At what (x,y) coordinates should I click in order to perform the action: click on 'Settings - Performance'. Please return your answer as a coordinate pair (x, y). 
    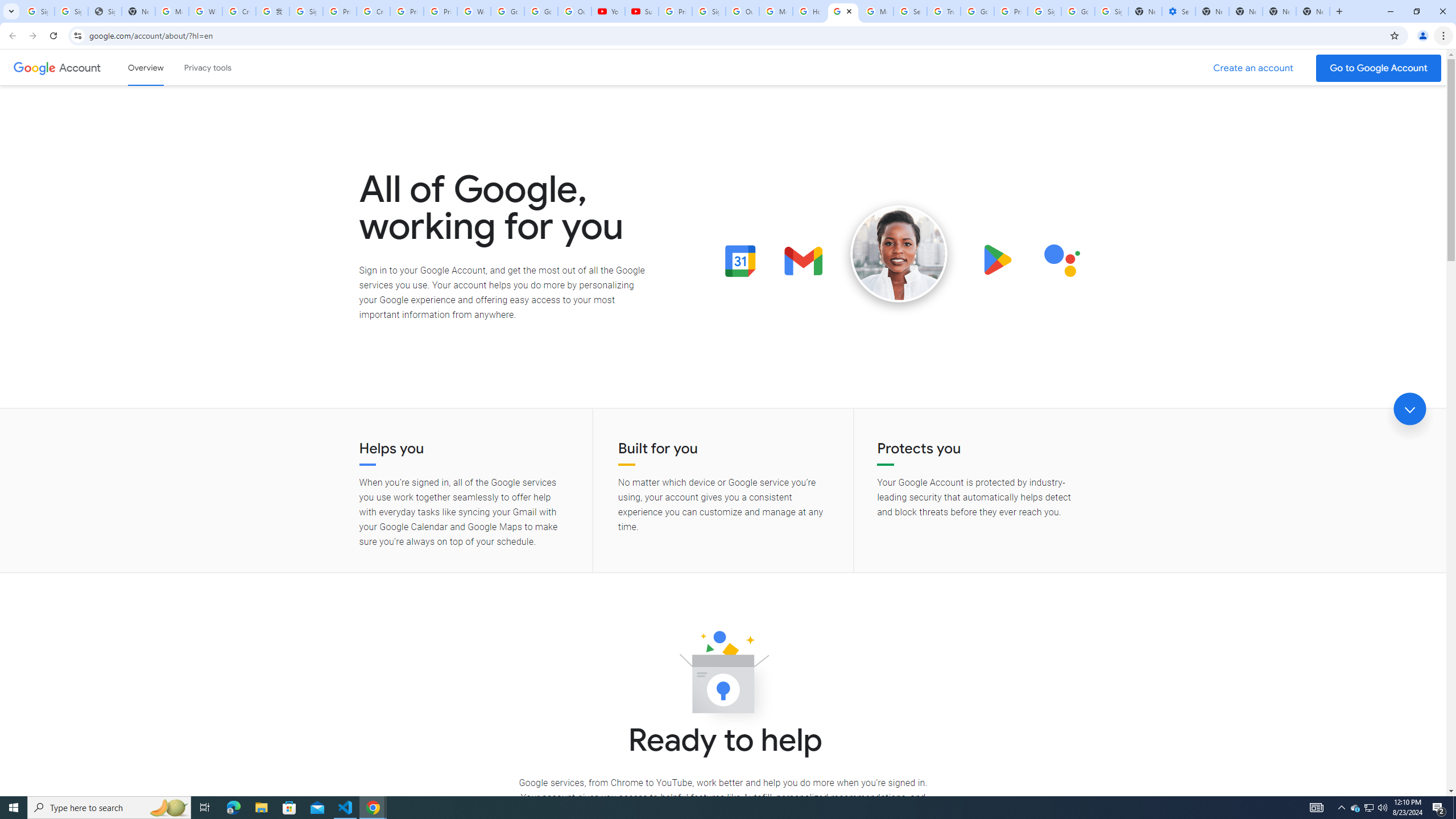
    Looking at the image, I should click on (1178, 11).